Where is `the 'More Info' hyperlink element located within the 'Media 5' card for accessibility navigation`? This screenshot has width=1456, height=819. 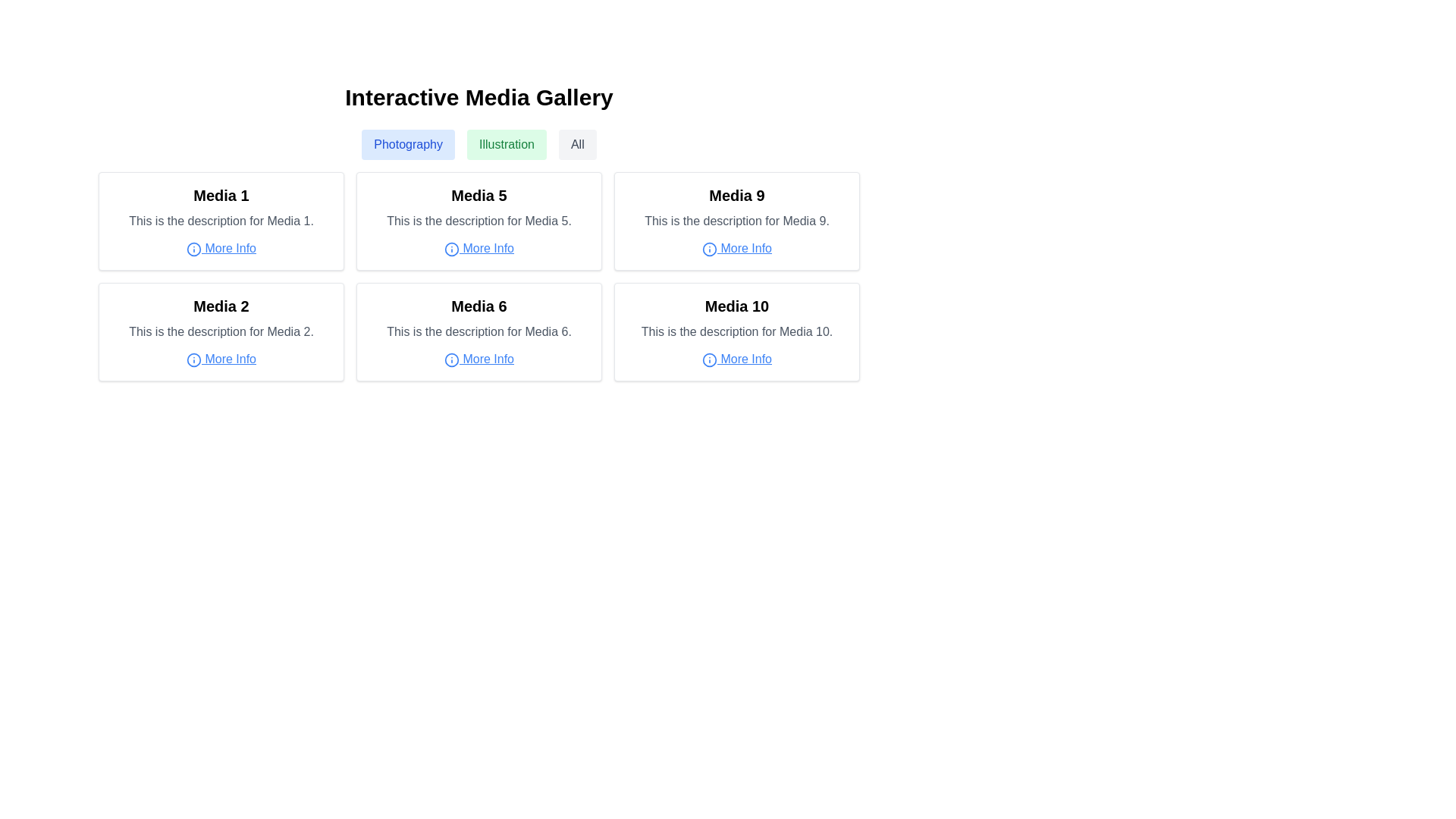
the 'More Info' hyperlink element located within the 'Media 5' card for accessibility navigation is located at coordinates (479, 247).